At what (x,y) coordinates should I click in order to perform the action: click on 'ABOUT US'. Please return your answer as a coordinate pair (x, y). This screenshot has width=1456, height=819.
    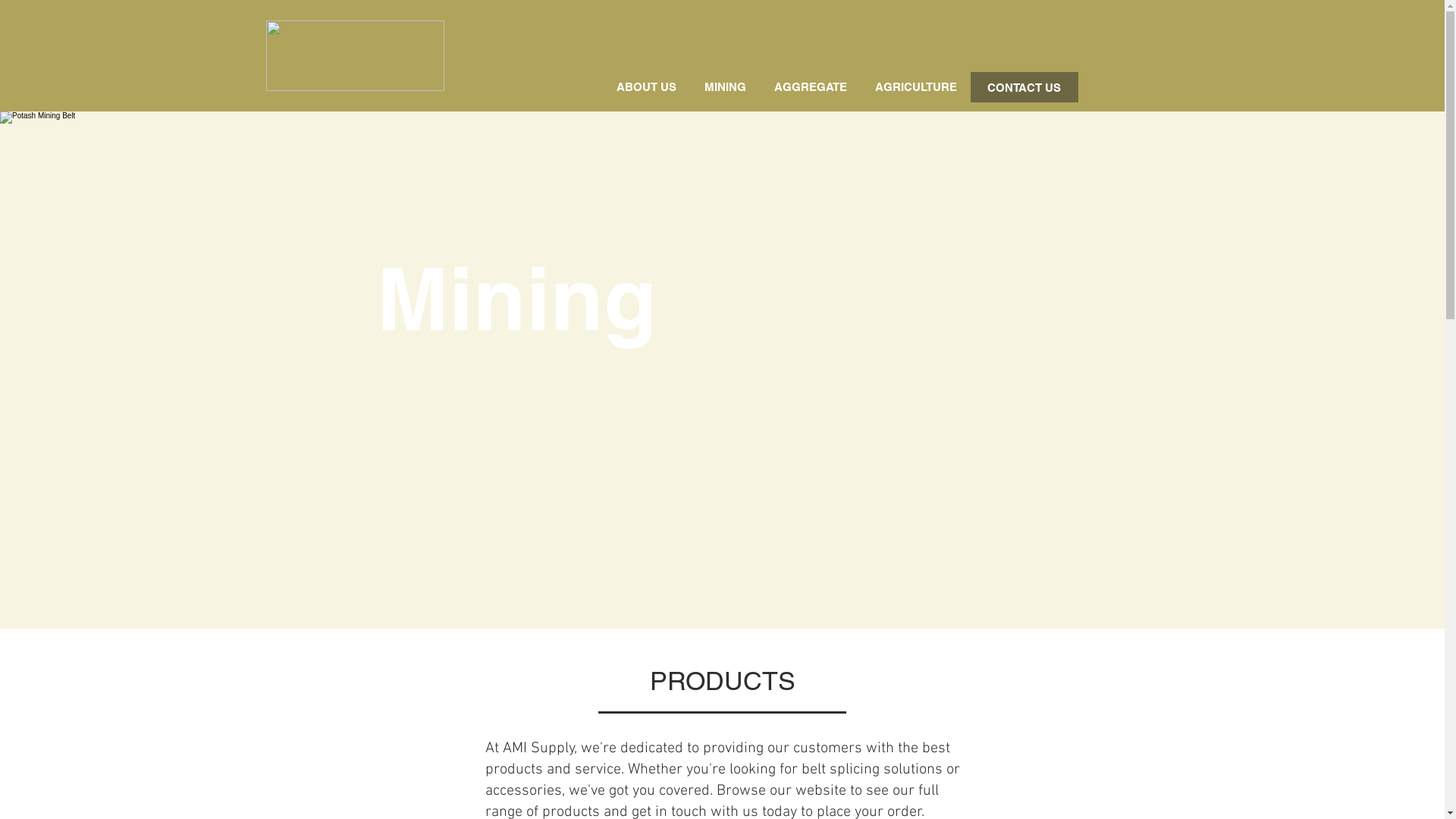
    Looking at the image, I should click on (645, 87).